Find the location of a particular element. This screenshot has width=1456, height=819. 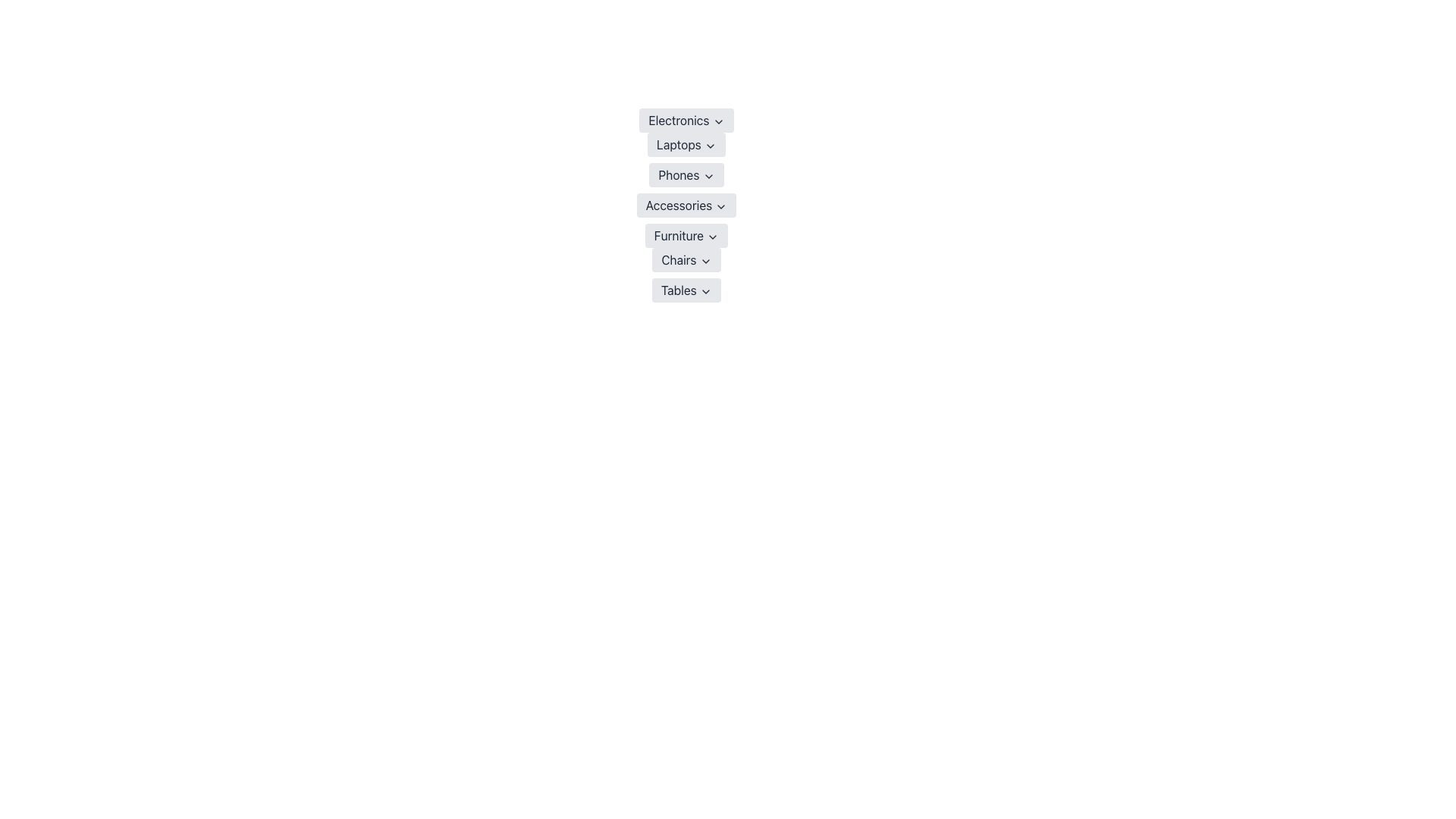

the downward chevron icon in the 'Tables' button group to trigger any tooltip effect that may be present is located at coordinates (705, 291).